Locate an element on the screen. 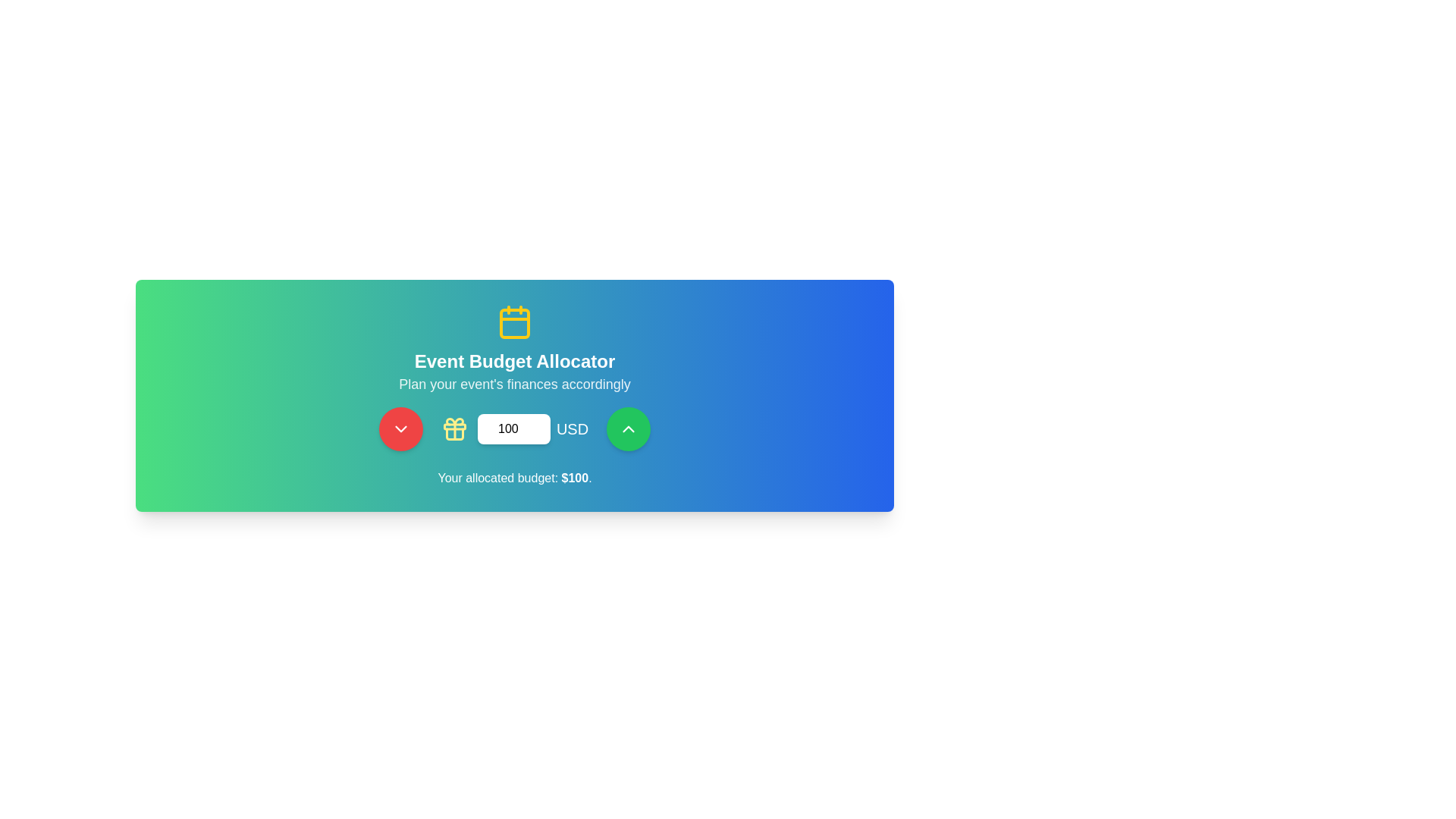 The image size is (1456, 819). the down chevron icon within the red circular button located below the title 'Event Budget Allocator' is located at coordinates (400, 429).